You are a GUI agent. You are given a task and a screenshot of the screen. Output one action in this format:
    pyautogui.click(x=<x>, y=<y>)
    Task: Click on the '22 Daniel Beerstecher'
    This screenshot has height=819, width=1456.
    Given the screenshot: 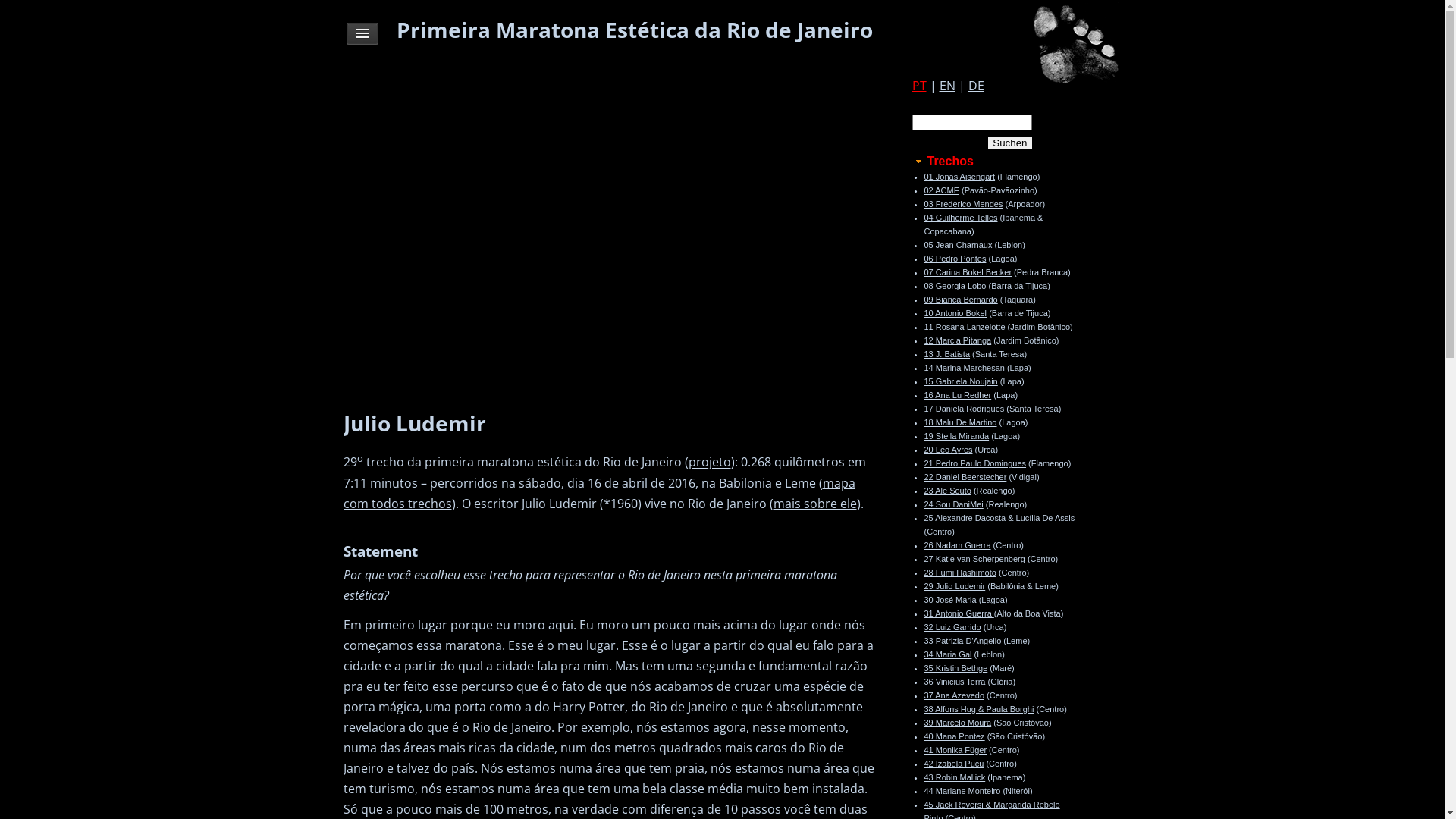 What is the action you would take?
    pyautogui.click(x=964, y=475)
    